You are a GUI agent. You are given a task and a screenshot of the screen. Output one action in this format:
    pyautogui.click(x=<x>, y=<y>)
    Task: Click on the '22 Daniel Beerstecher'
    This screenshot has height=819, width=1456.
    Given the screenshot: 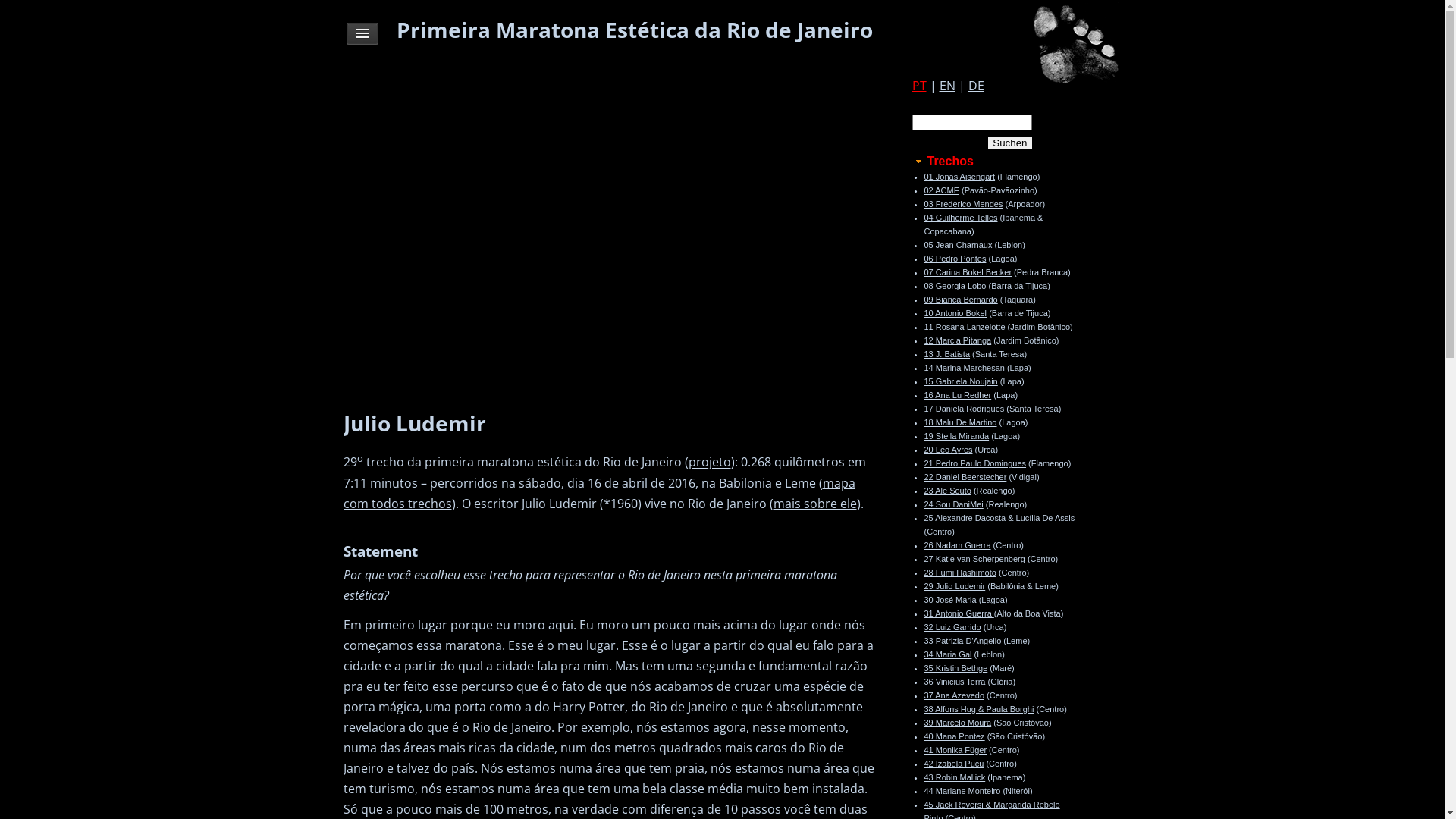 What is the action you would take?
    pyautogui.click(x=964, y=475)
    